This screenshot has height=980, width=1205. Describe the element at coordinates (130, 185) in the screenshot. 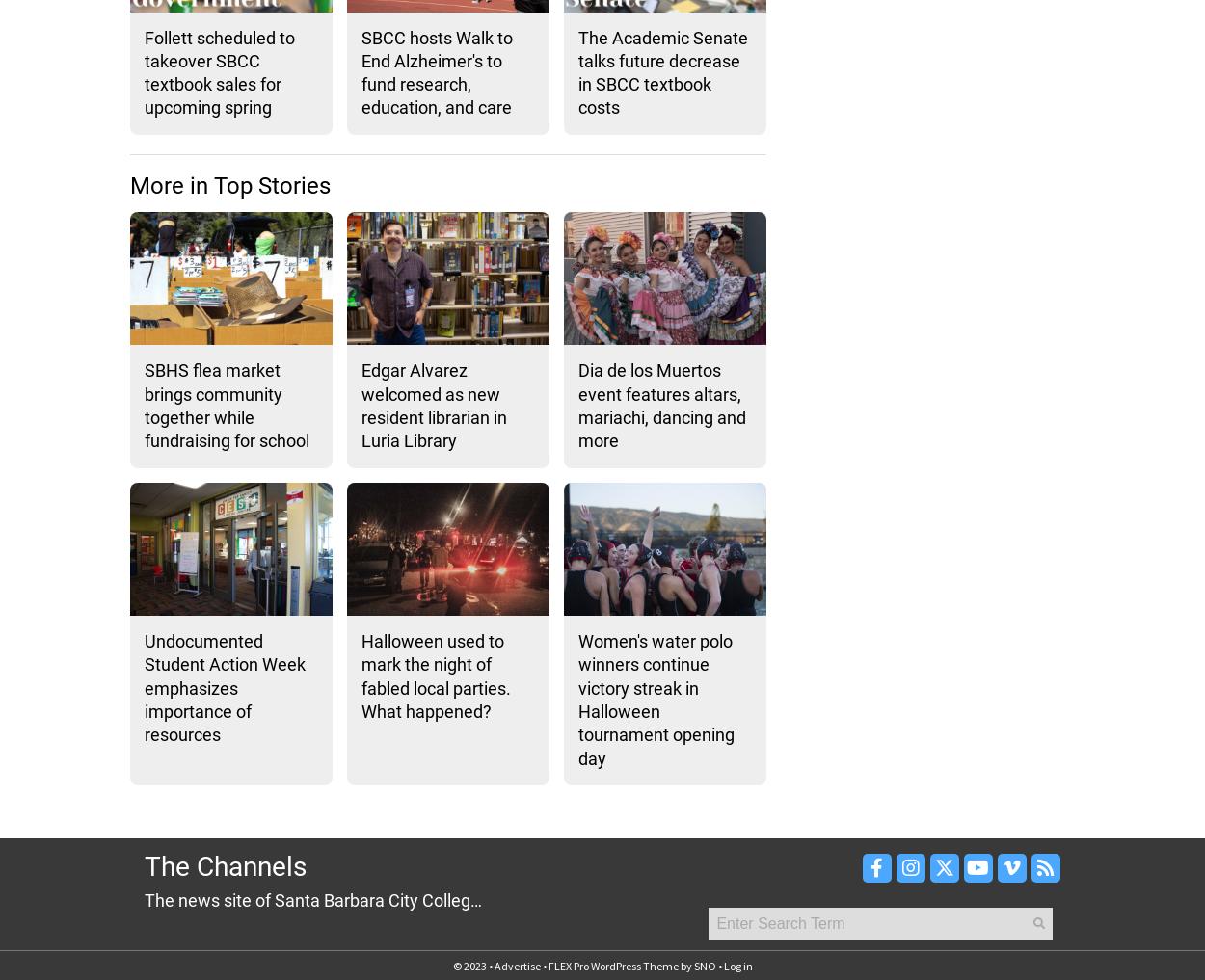

I see `'More in Top Stories'` at that location.